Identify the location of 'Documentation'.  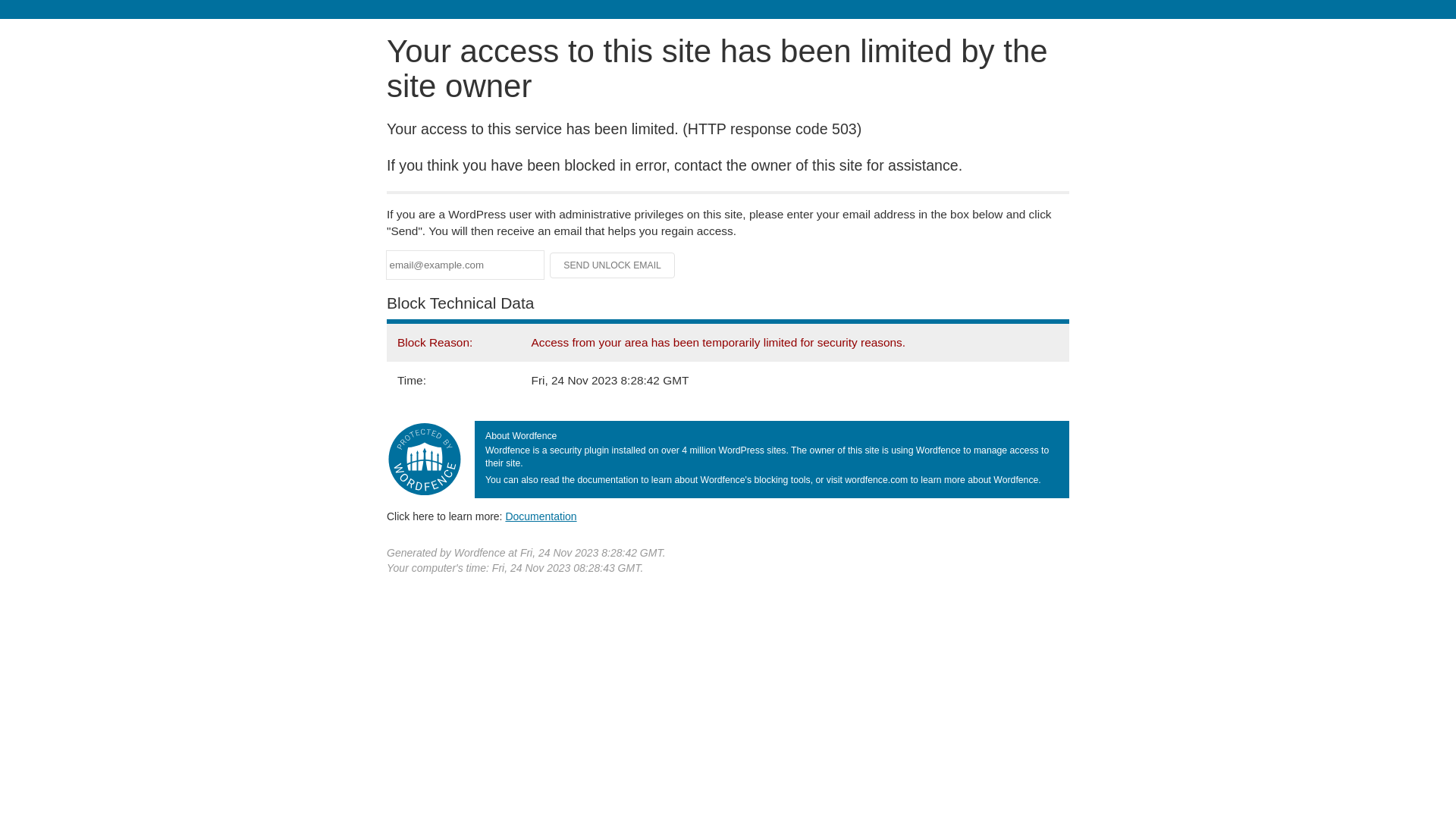
(541, 516).